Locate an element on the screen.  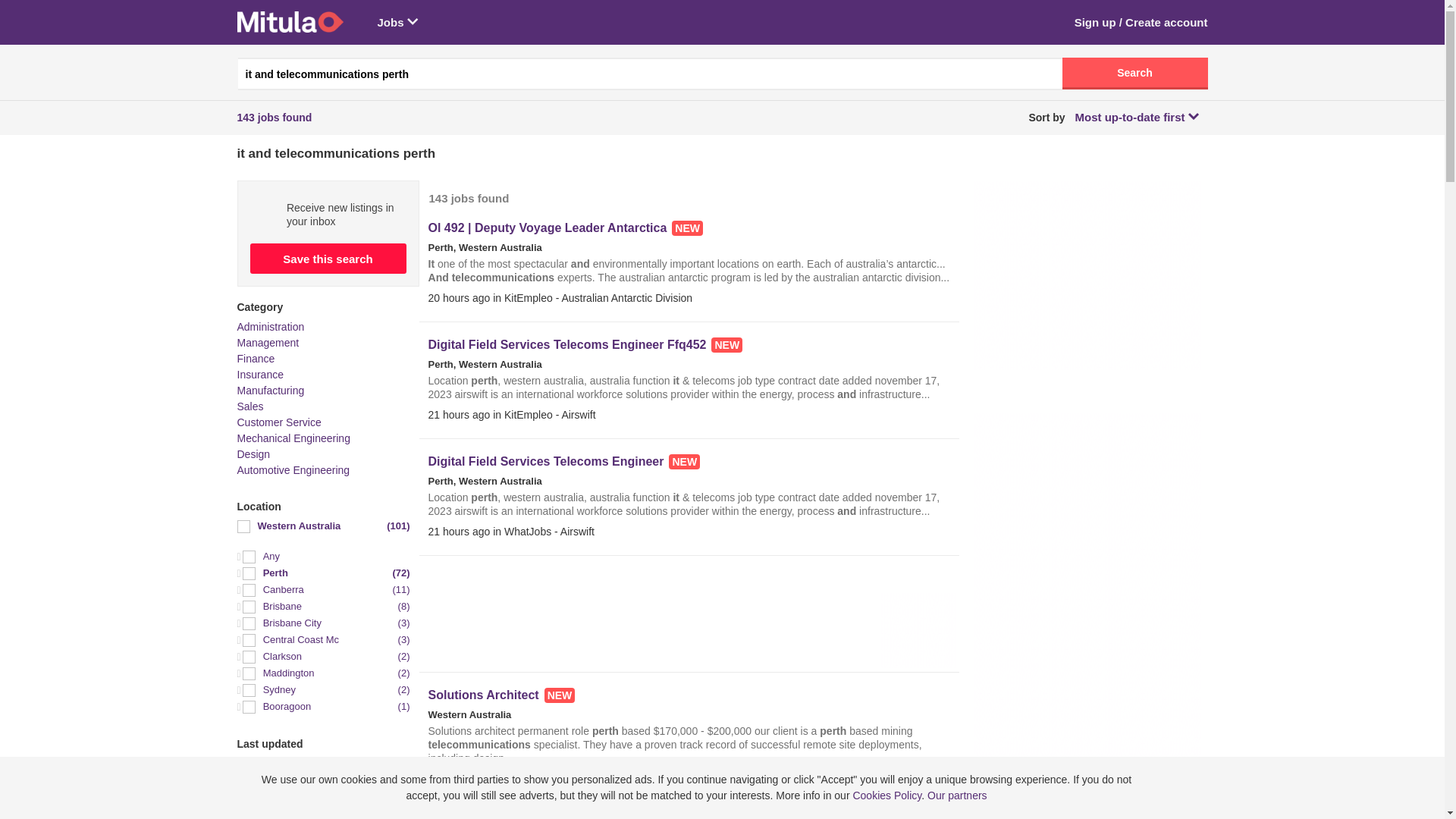
'Mitula Jobs' is located at coordinates (290, 22).